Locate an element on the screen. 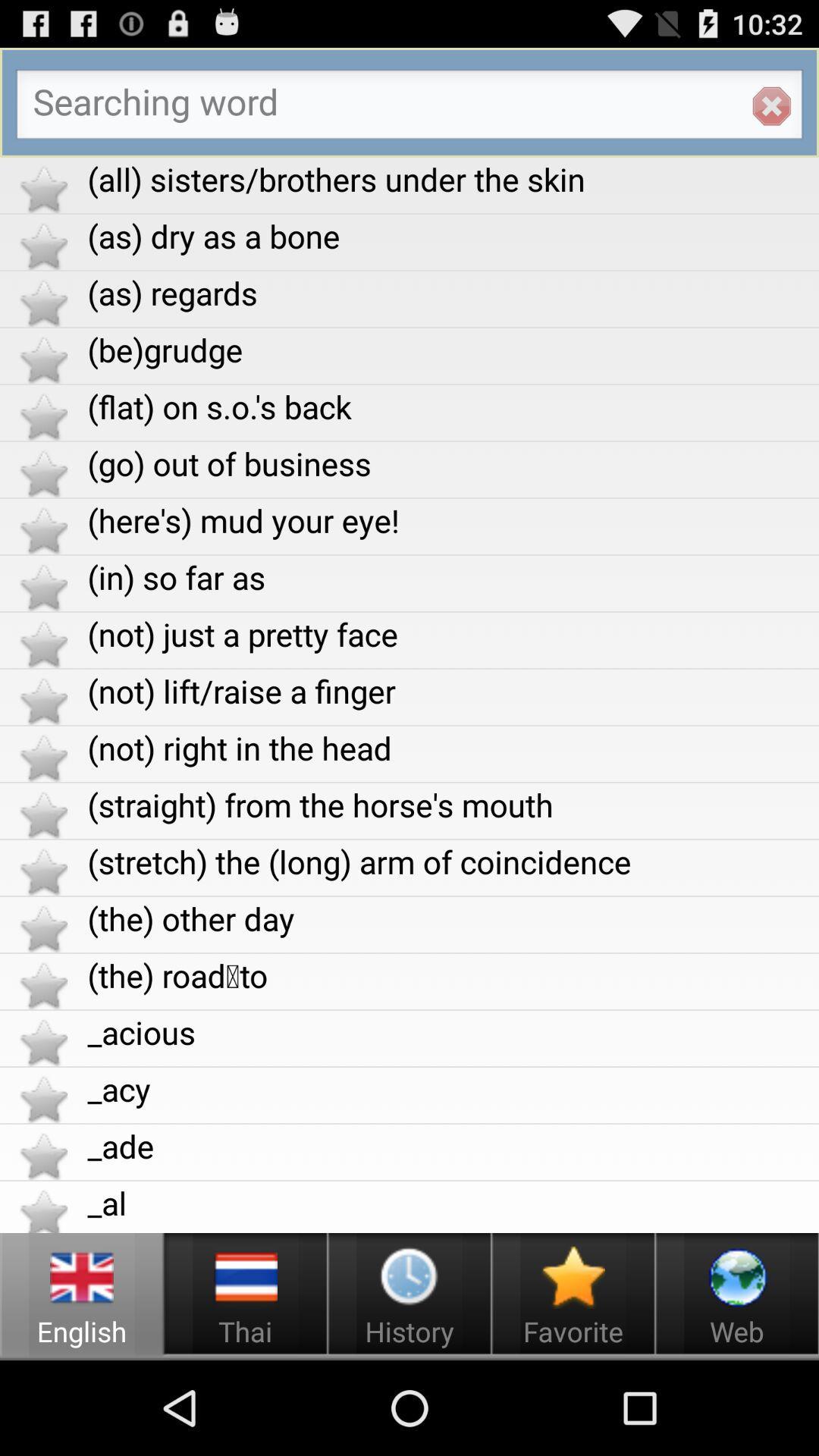  search is located at coordinates (409, 107).